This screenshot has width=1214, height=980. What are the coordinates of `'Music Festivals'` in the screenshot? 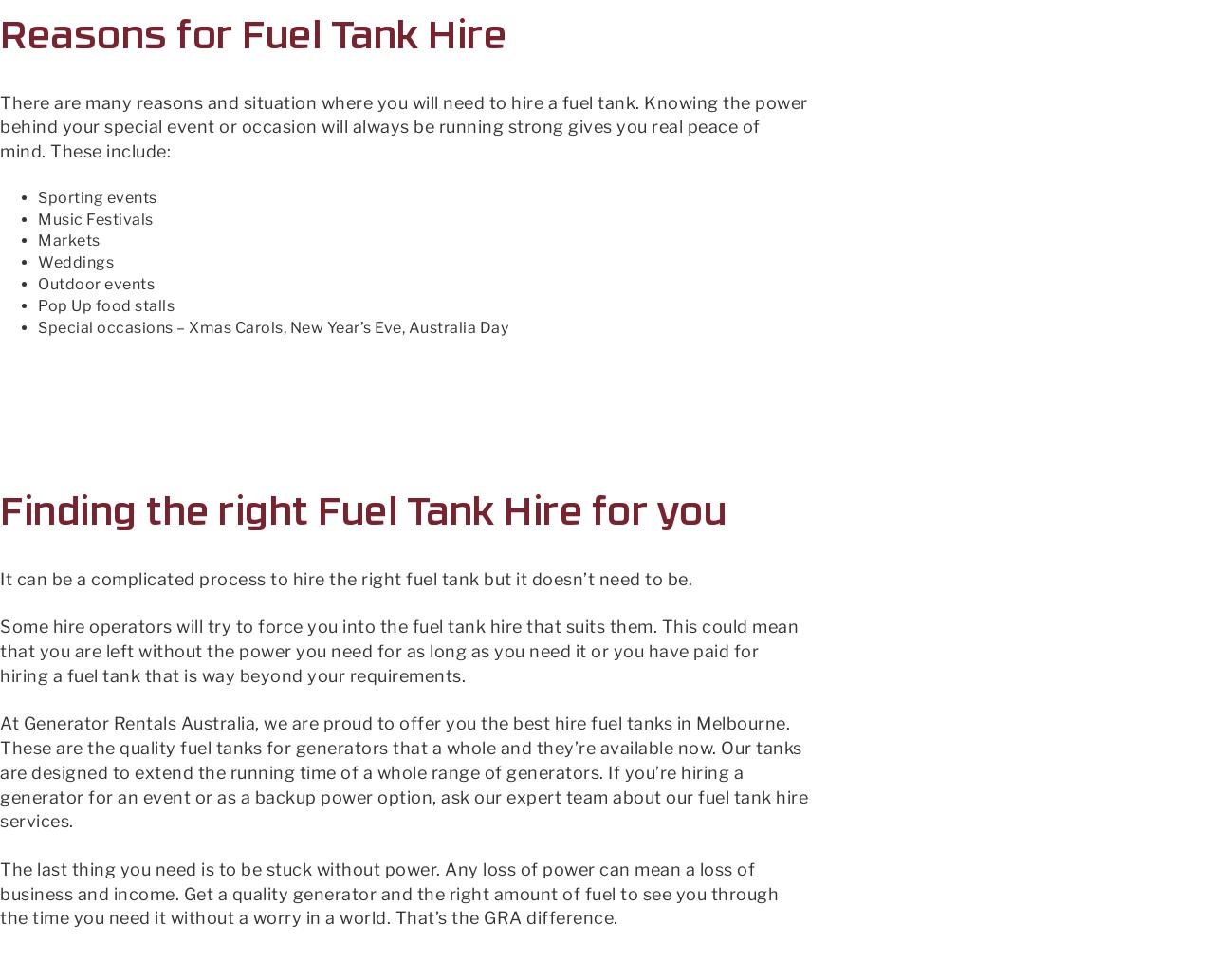 It's located at (94, 217).